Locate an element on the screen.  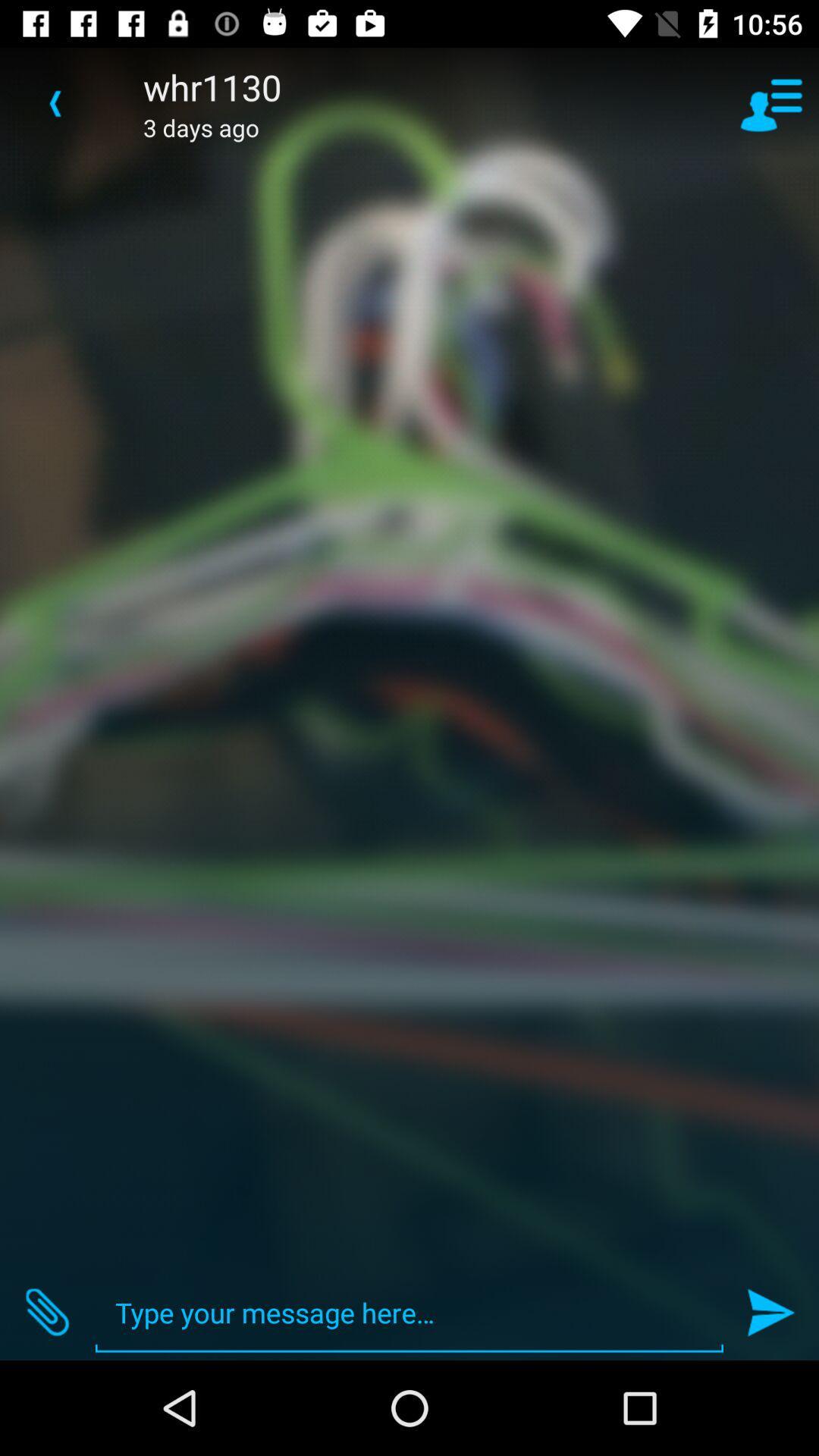
the item to the right of whr1130 is located at coordinates (771, 102).